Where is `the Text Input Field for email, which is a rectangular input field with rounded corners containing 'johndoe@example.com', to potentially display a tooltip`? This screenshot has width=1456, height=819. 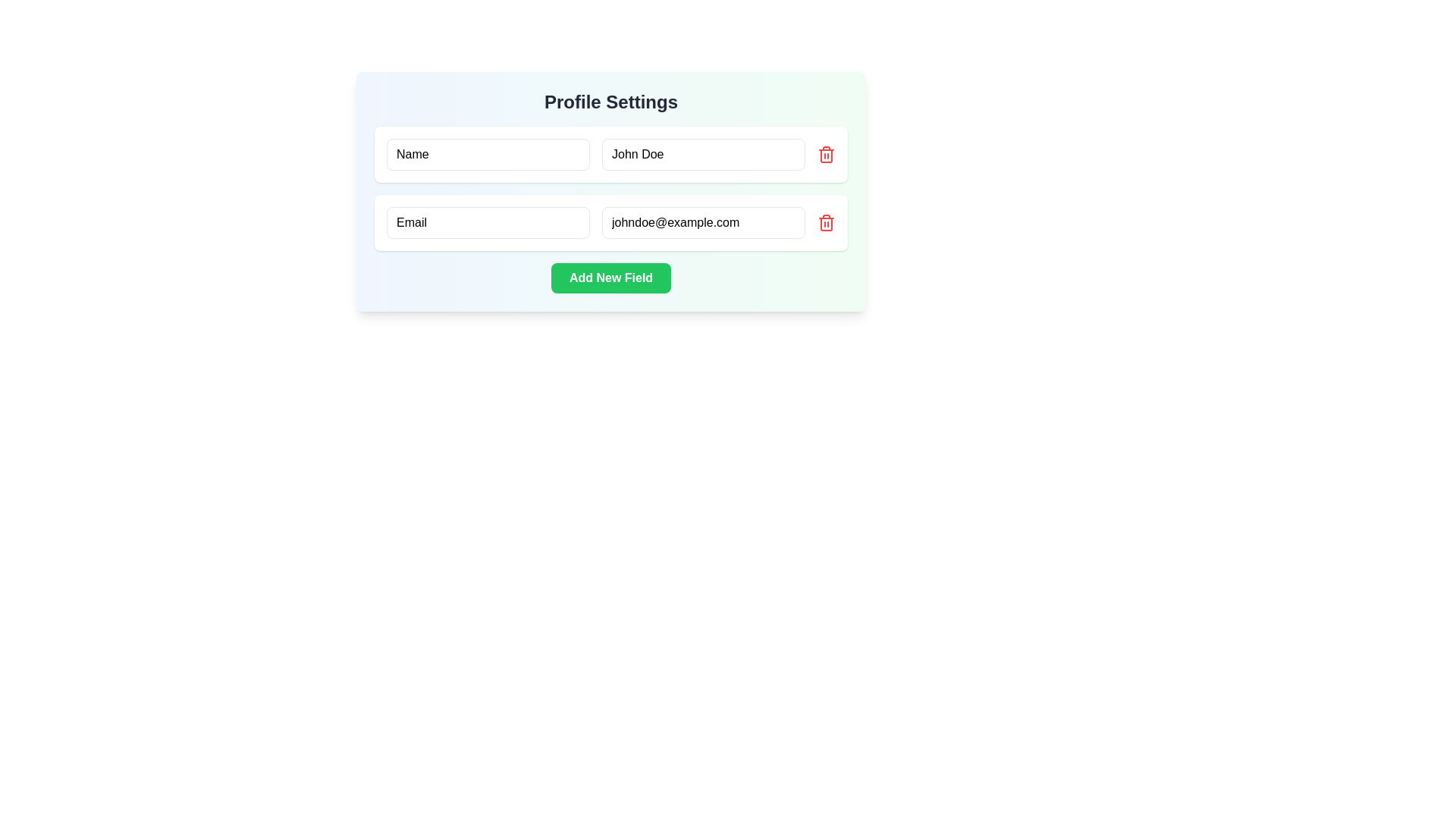
the Text Input Field for email, which is a rectangular input field with rounded corners containing 'johndoe@example.com', to potentially display a tooltip is located at coordinates (702, 222).